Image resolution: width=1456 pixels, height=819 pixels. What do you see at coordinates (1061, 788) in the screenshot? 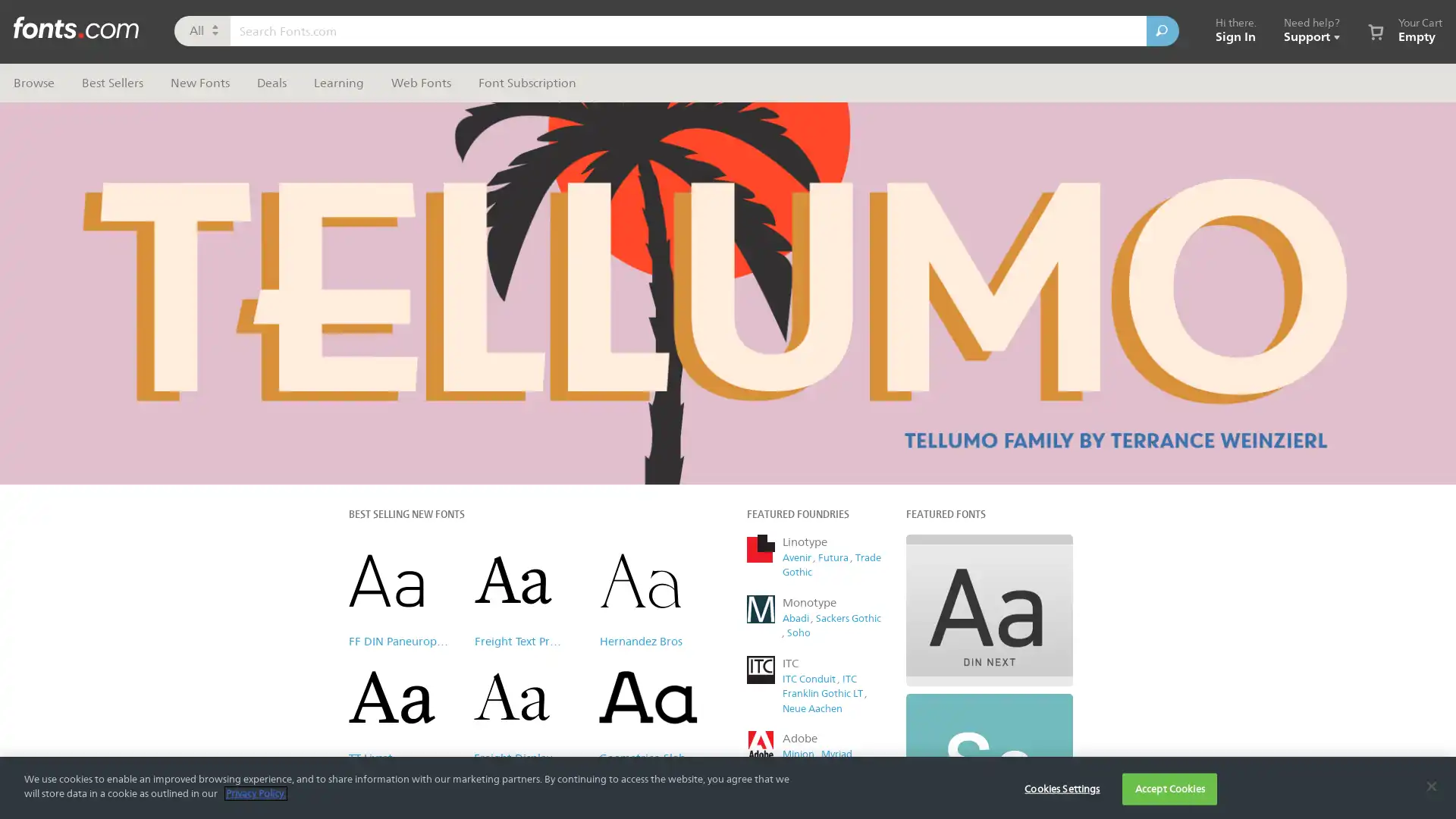
I see `Cookies Settings` at bounding box center [1061, 788].